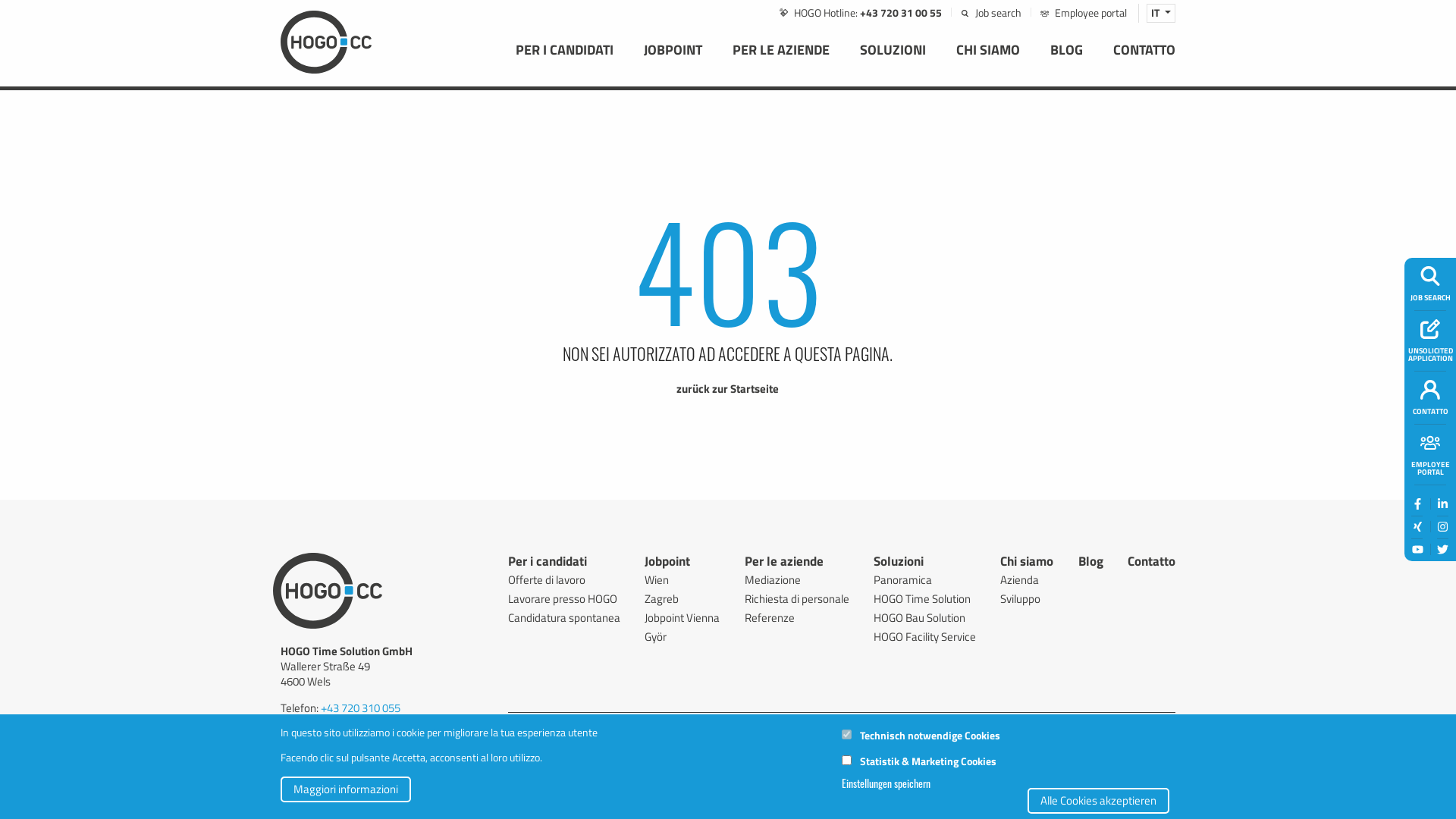 This screenshot has height=819, width=1456. Describe the element at coordinates (563, 59) in the screenshot. I see `'PER I CANDIDATI'` at that location.